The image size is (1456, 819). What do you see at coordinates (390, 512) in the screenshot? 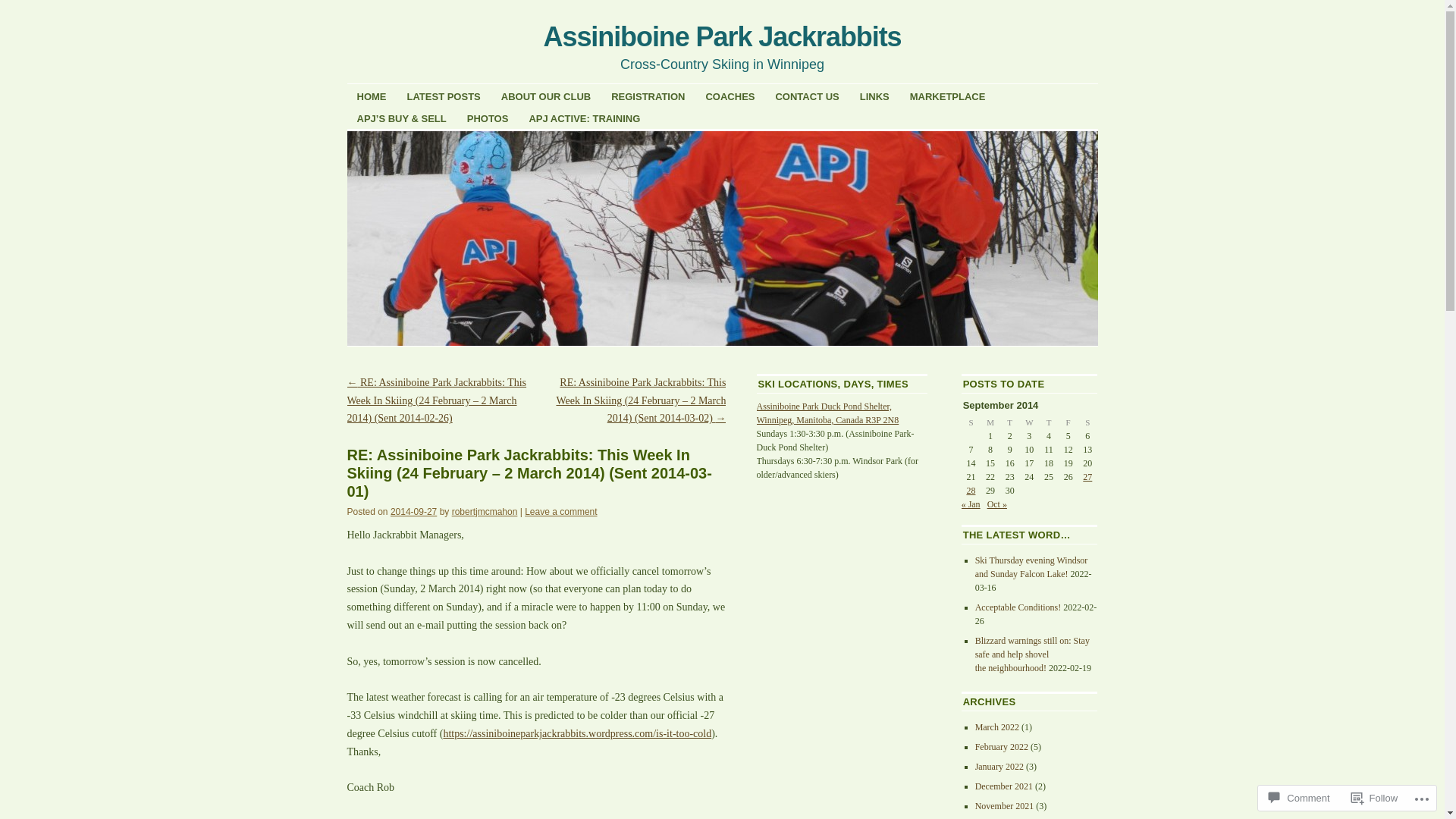
I see `'2014-09-27'` at bounding box center [390, 512].